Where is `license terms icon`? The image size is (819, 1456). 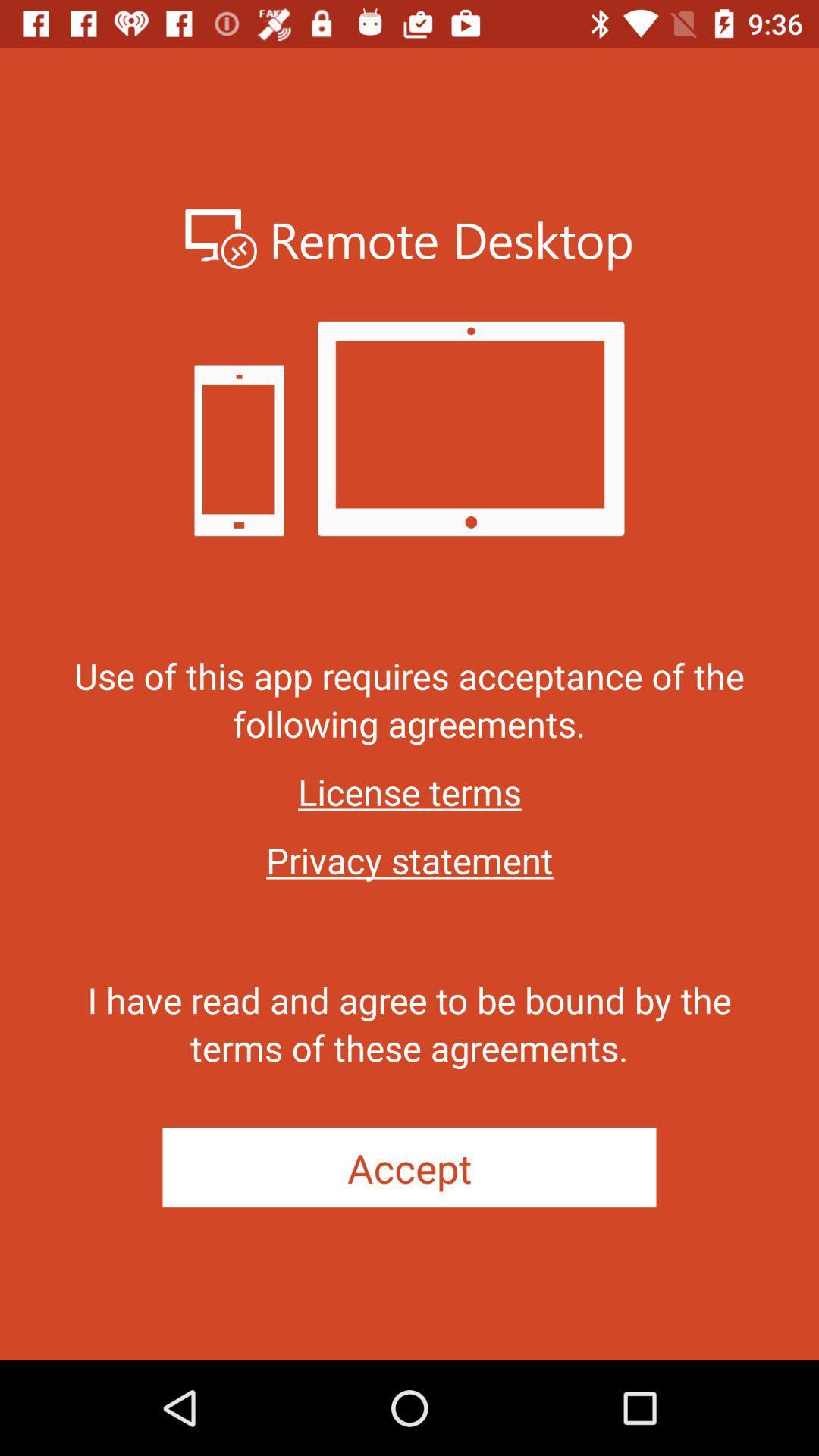 license terms icon is located at coordinates (409, 791).